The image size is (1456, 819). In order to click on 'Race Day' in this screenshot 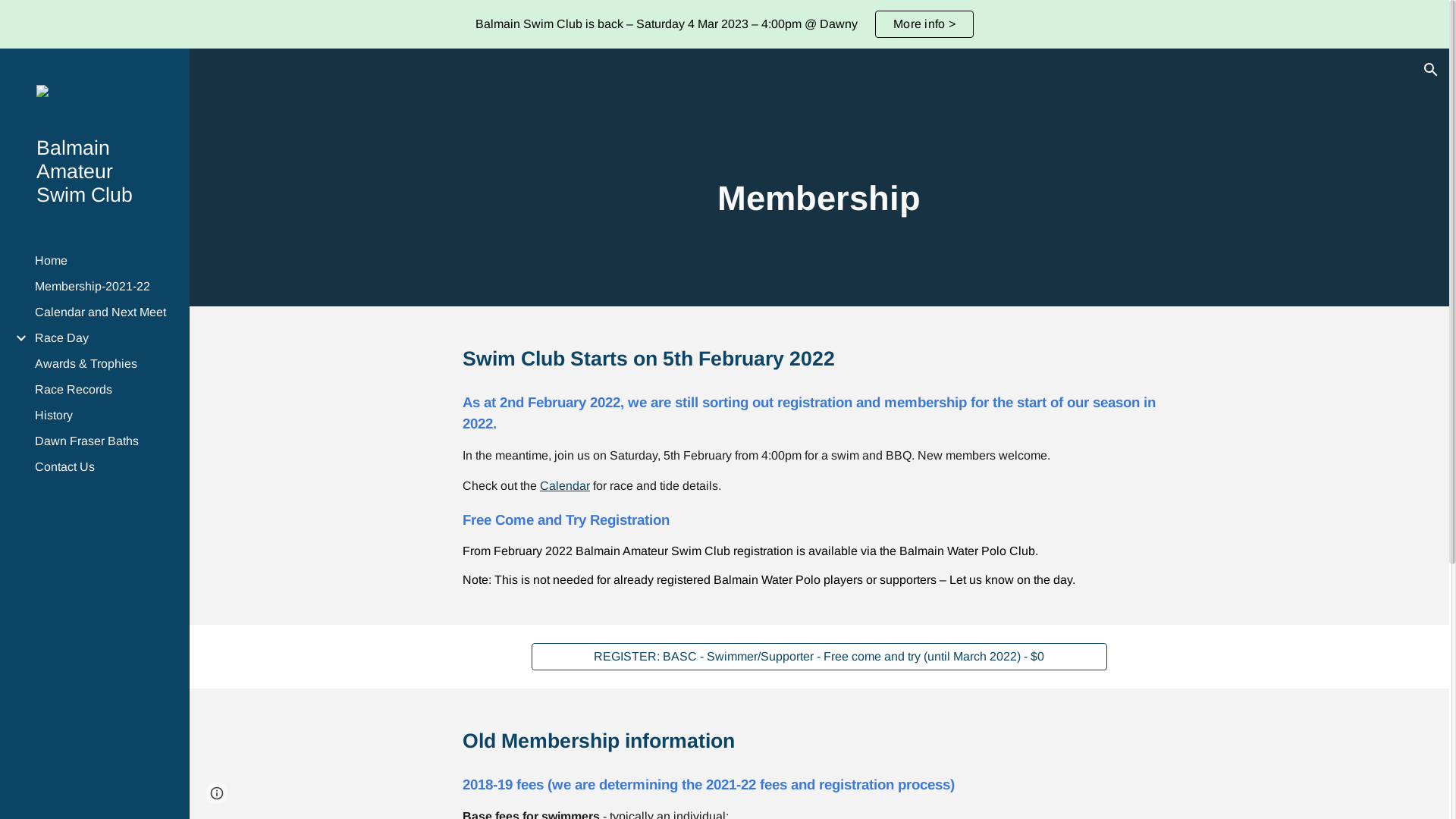, I will do `click(102, 337)`.